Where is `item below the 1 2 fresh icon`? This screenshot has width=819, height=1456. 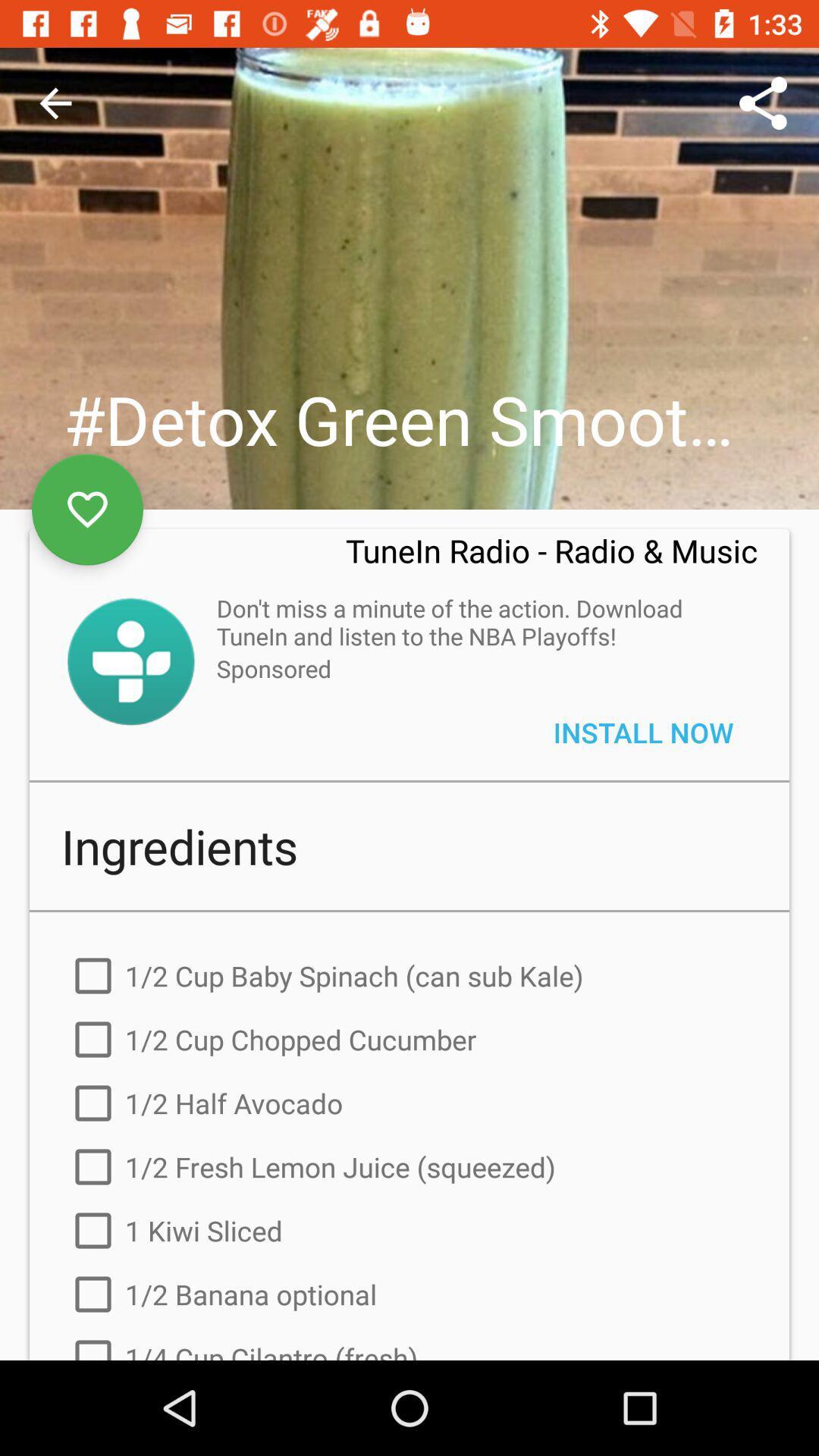
item below the 1 2 fresh icon is located at coordinates (409, 1230).